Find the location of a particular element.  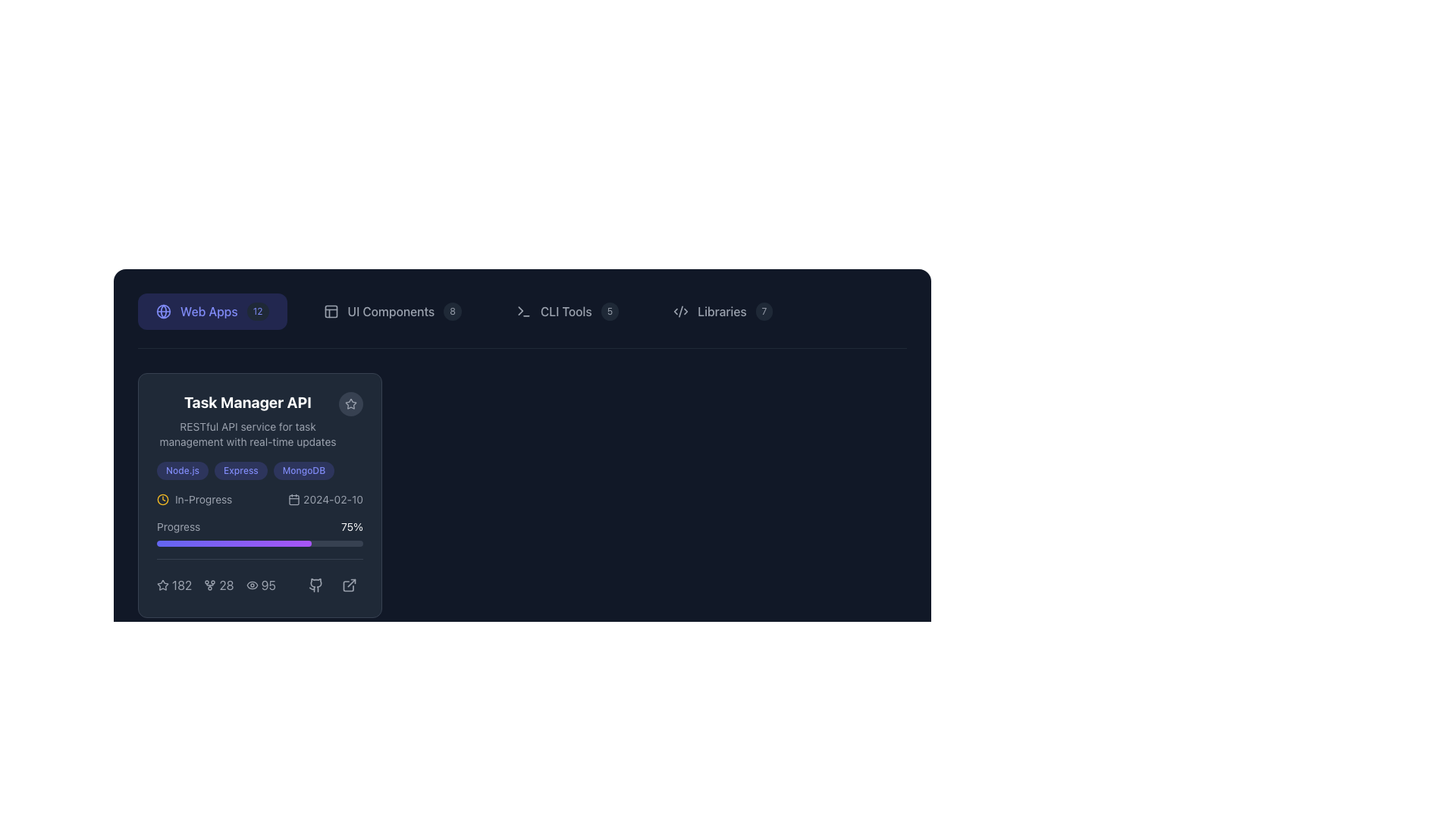

the static text label reading 'RESTful API service for task management with real-time updates' located beneath the heading 'Task Manager API' is located at coordinates (247, 435).